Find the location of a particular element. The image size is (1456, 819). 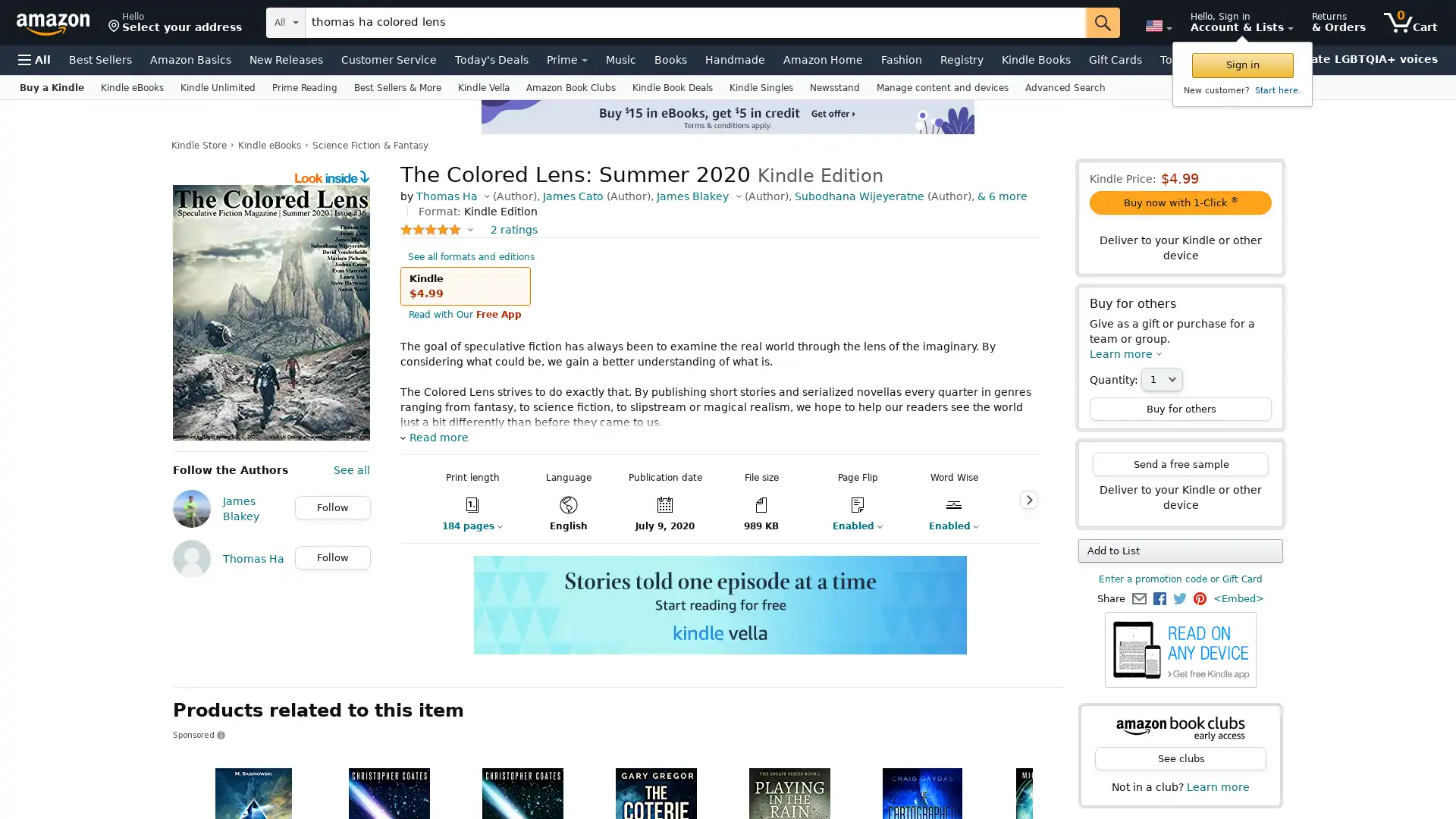

5.0 out of 5 stars is located at coordinates (436, 230).